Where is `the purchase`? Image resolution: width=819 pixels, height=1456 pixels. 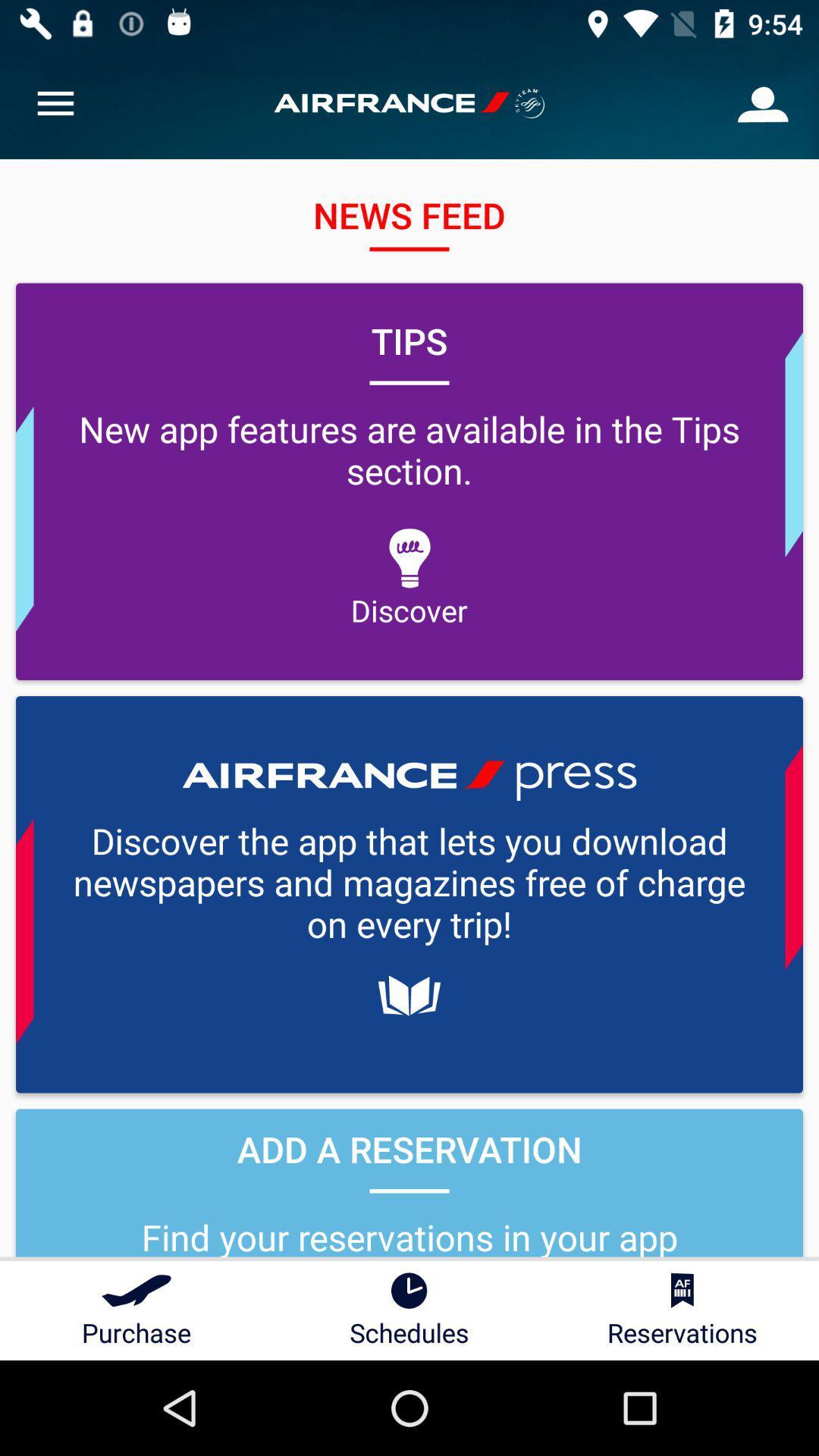
the purchase is located at coordinates (136, 1310).